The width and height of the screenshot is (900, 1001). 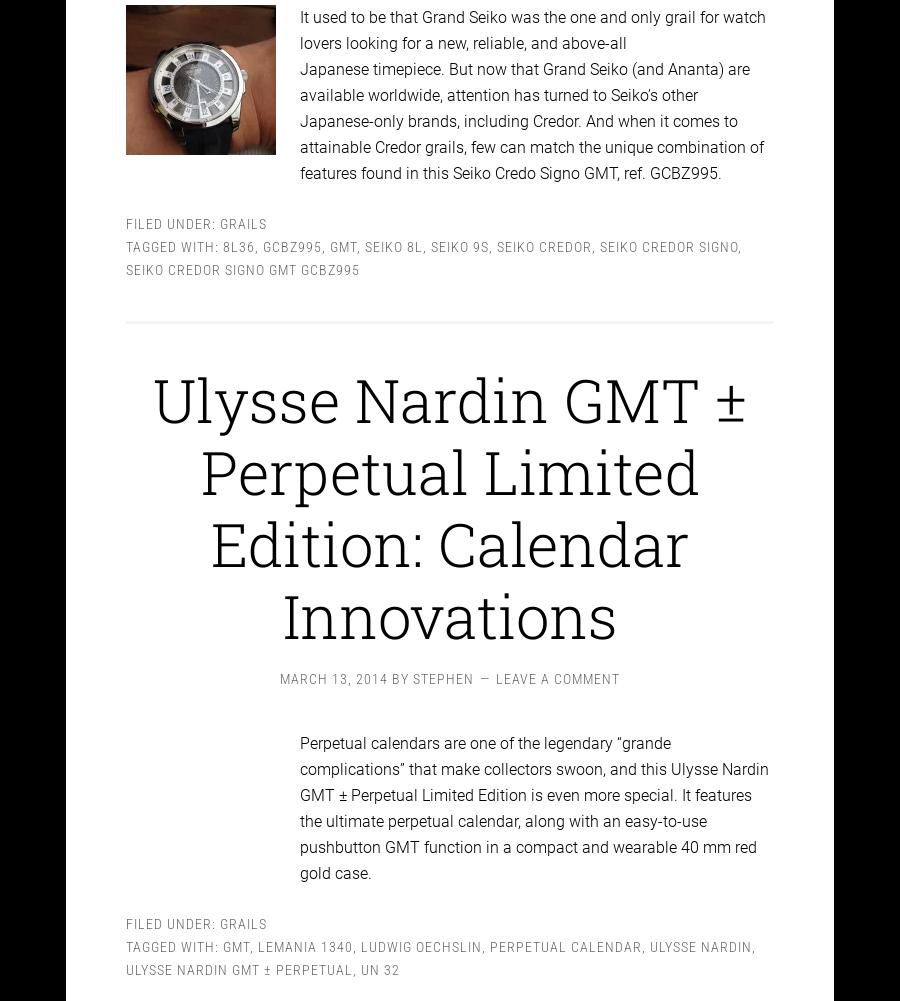 What do you see at coordinates (291, 228) in the screenshot?
I see `'GCBZ995'` at bounding box center [291, 228].